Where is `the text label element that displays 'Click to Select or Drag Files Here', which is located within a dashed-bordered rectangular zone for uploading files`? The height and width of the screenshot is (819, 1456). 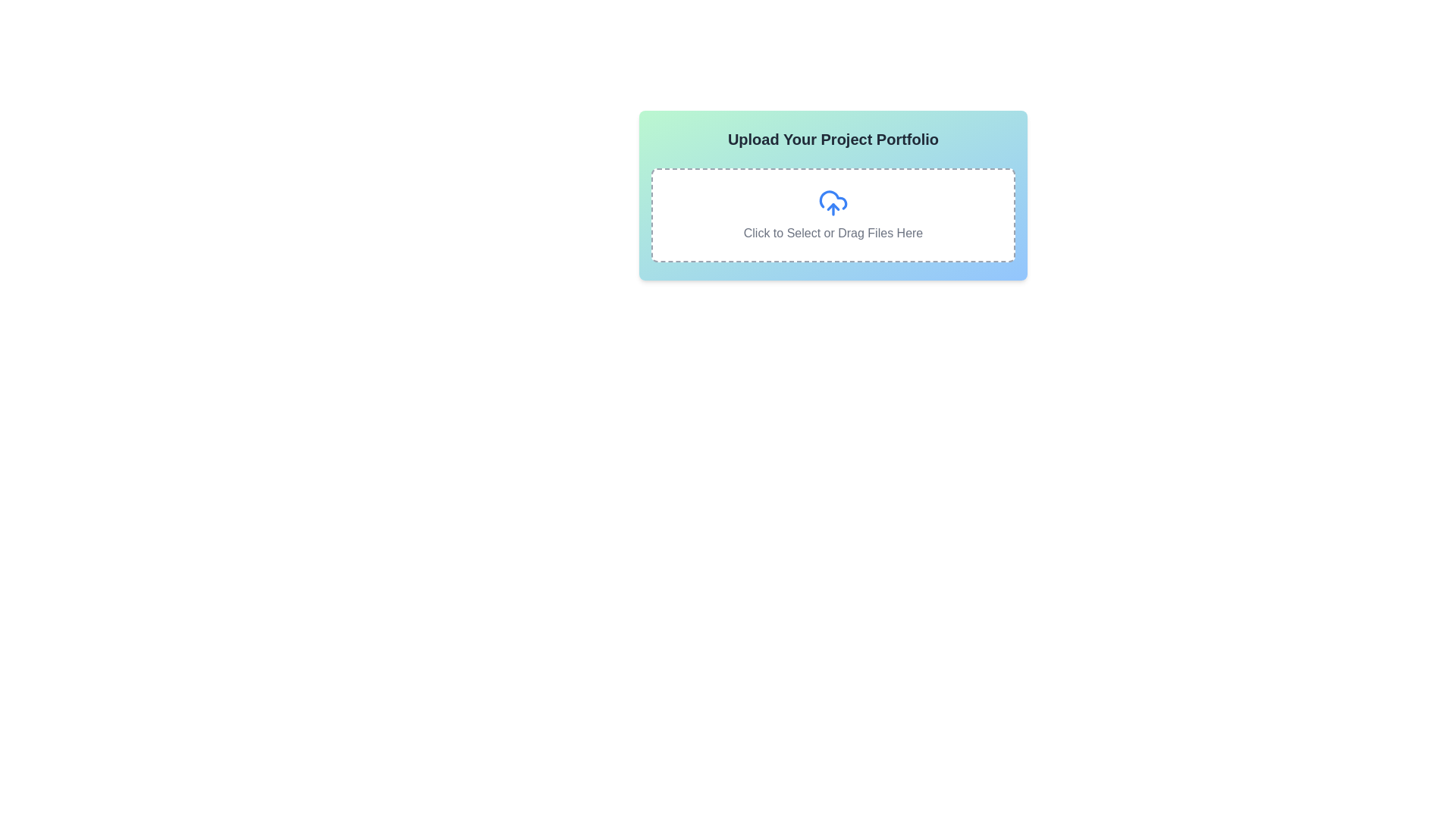
the text label element that displays 'Click to Select or Drag Files Here', which is located within a dashed-bordered rectangular zone for uploading files is located at coordinates (833, 233).